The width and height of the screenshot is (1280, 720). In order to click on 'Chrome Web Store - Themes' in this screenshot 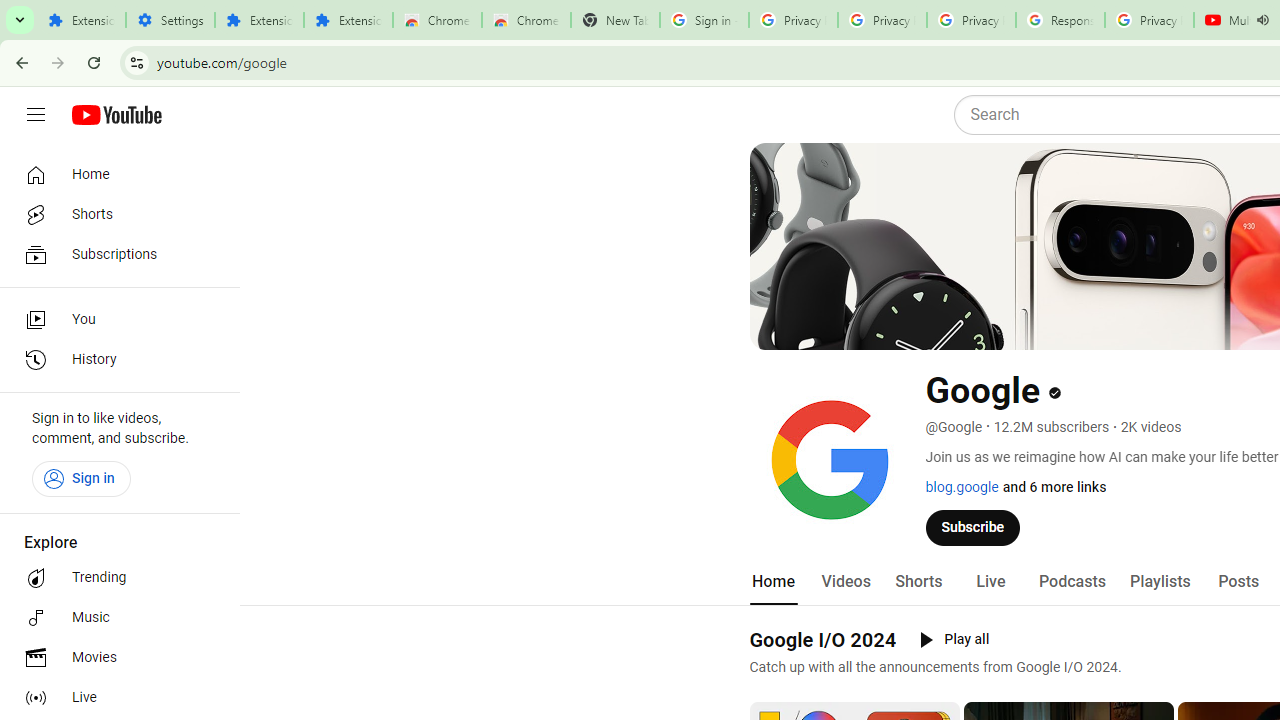, I will do `click(526, 20)`.